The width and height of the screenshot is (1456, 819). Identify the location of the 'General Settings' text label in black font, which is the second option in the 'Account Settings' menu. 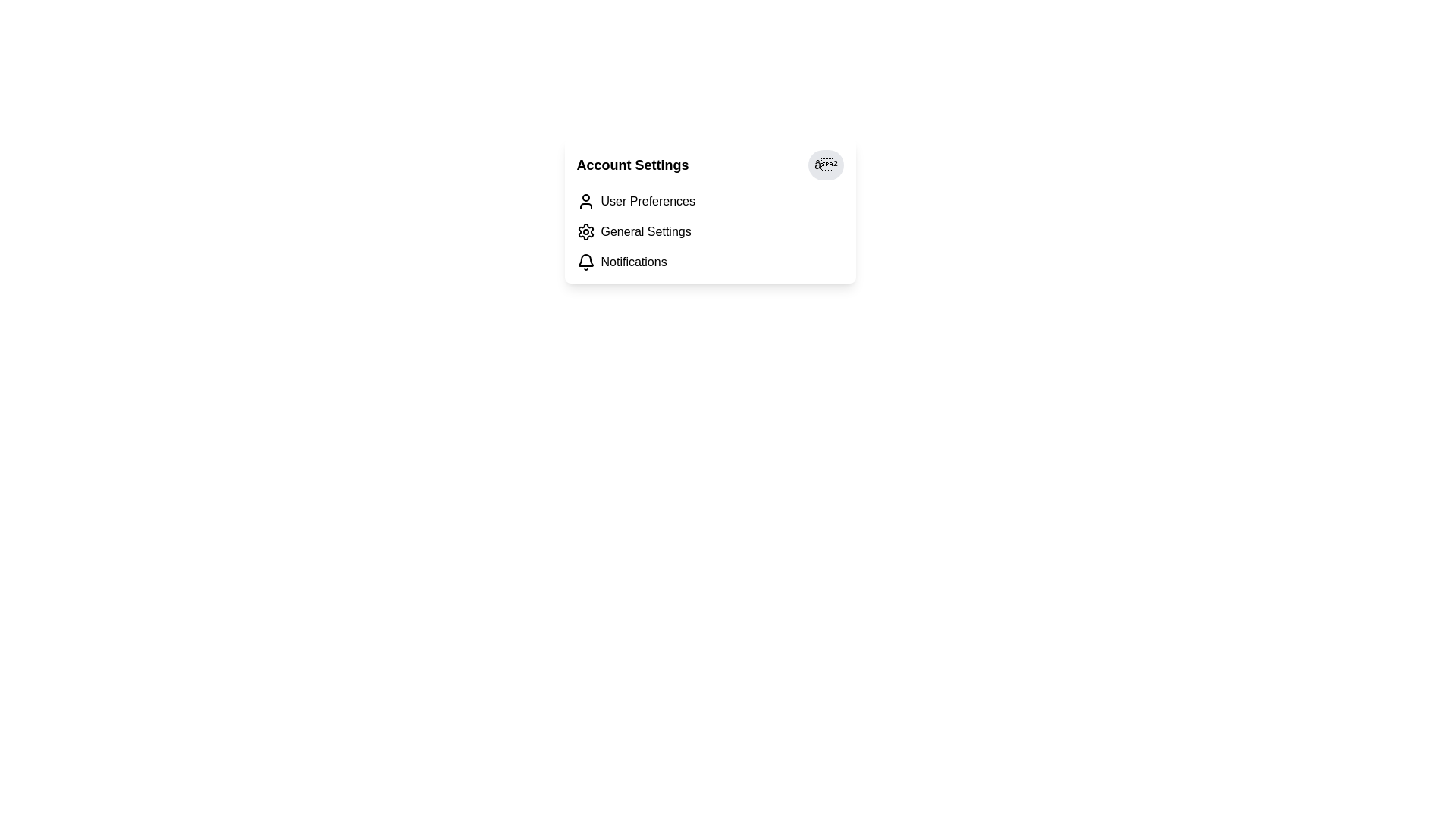
(646, 231).